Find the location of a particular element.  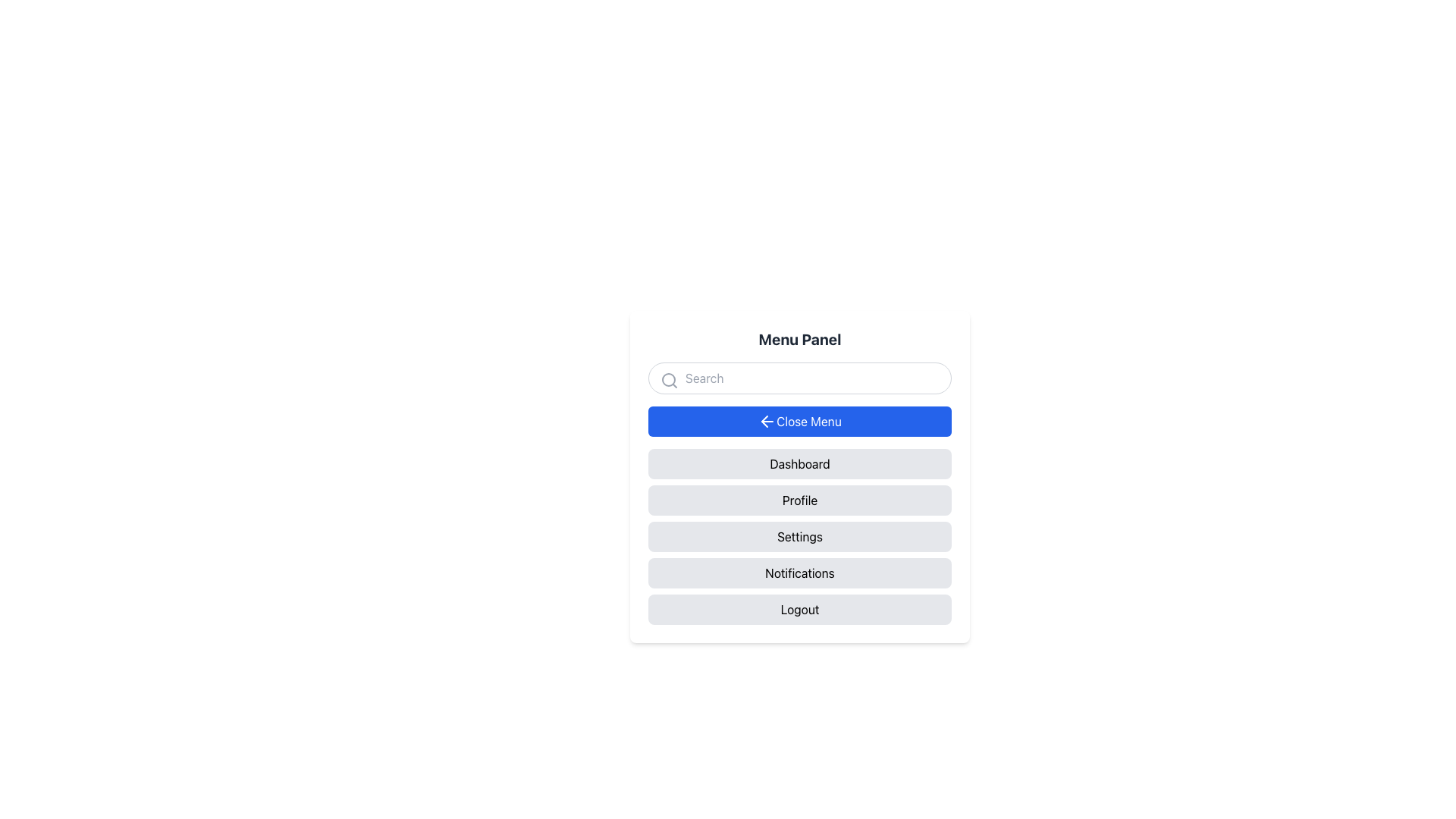

the third button in the vertical menu list is located at coordinates (799, 536).